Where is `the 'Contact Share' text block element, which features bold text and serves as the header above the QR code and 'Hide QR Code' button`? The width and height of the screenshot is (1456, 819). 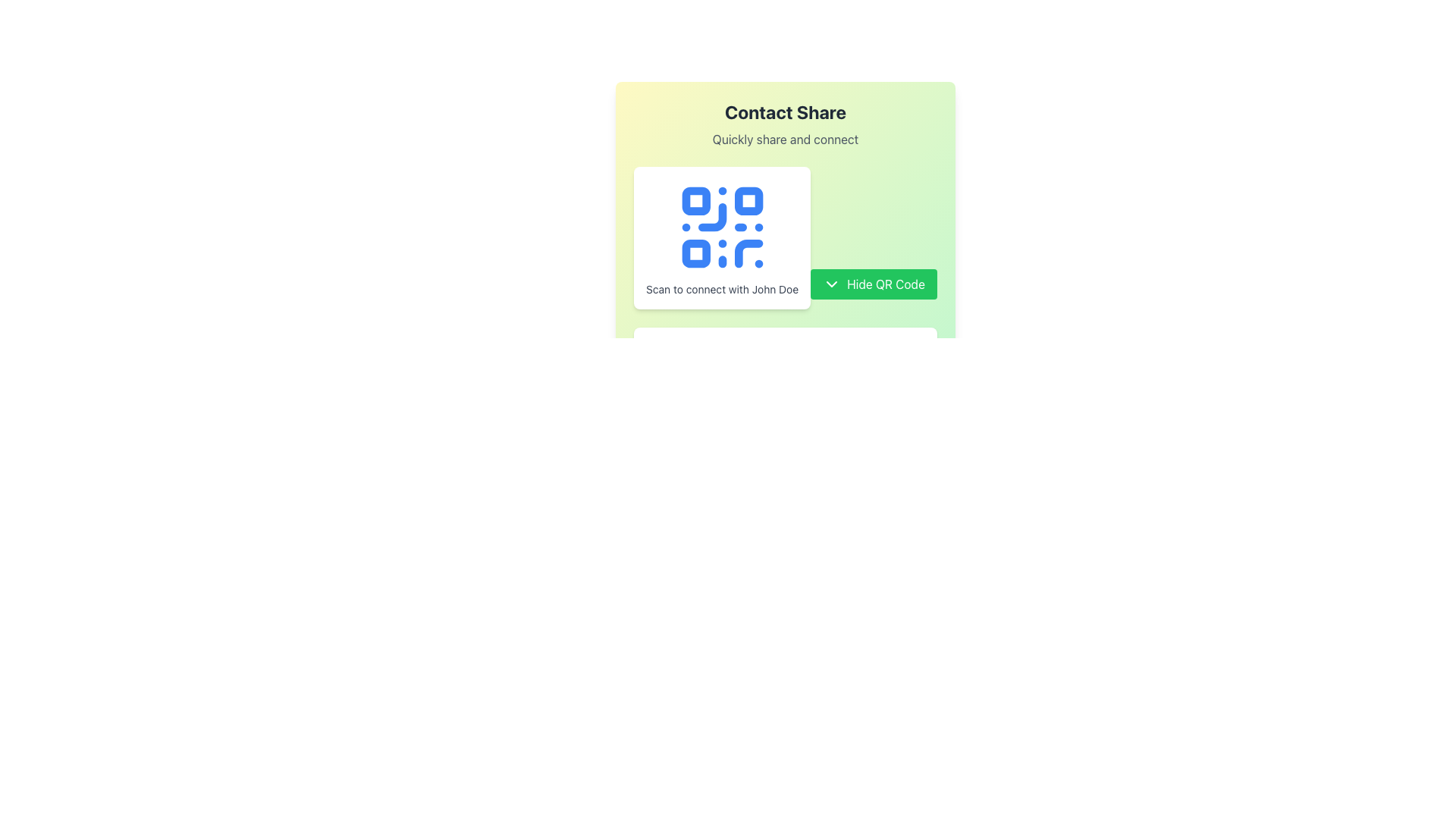
the 'Contact Share' text block element, which features bold text and serves as the header above the QR code and 'Hide QR Code' button is located at coordinates (786, 124).